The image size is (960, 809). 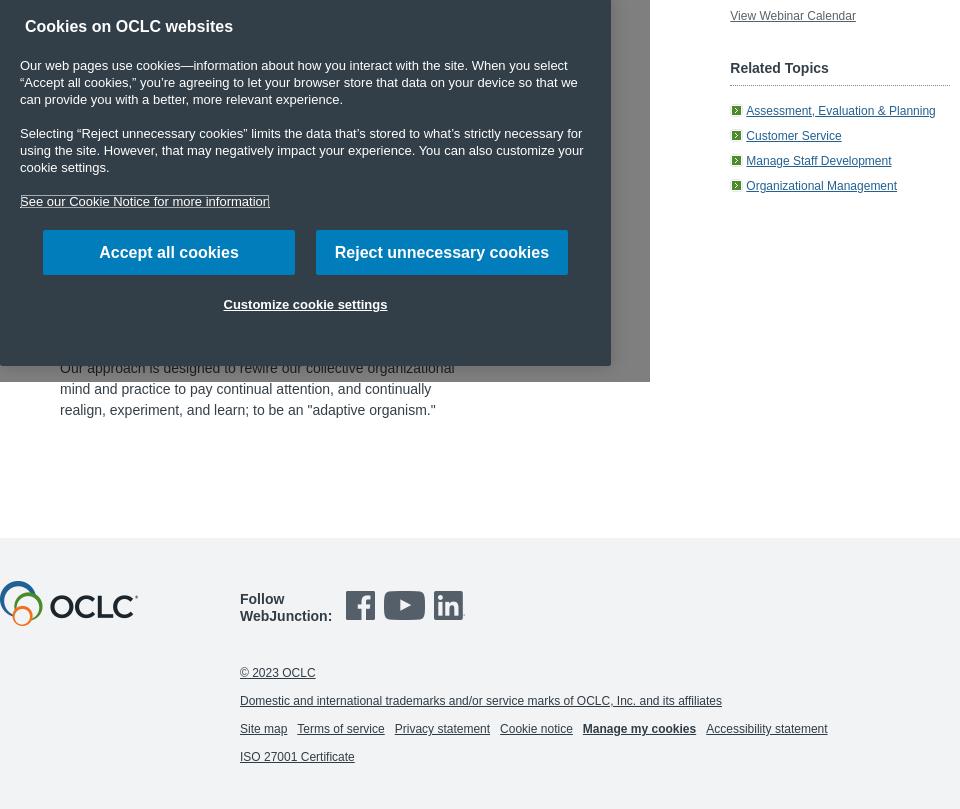 I want to click on 'Customer Service', so click(x=745, y=135).